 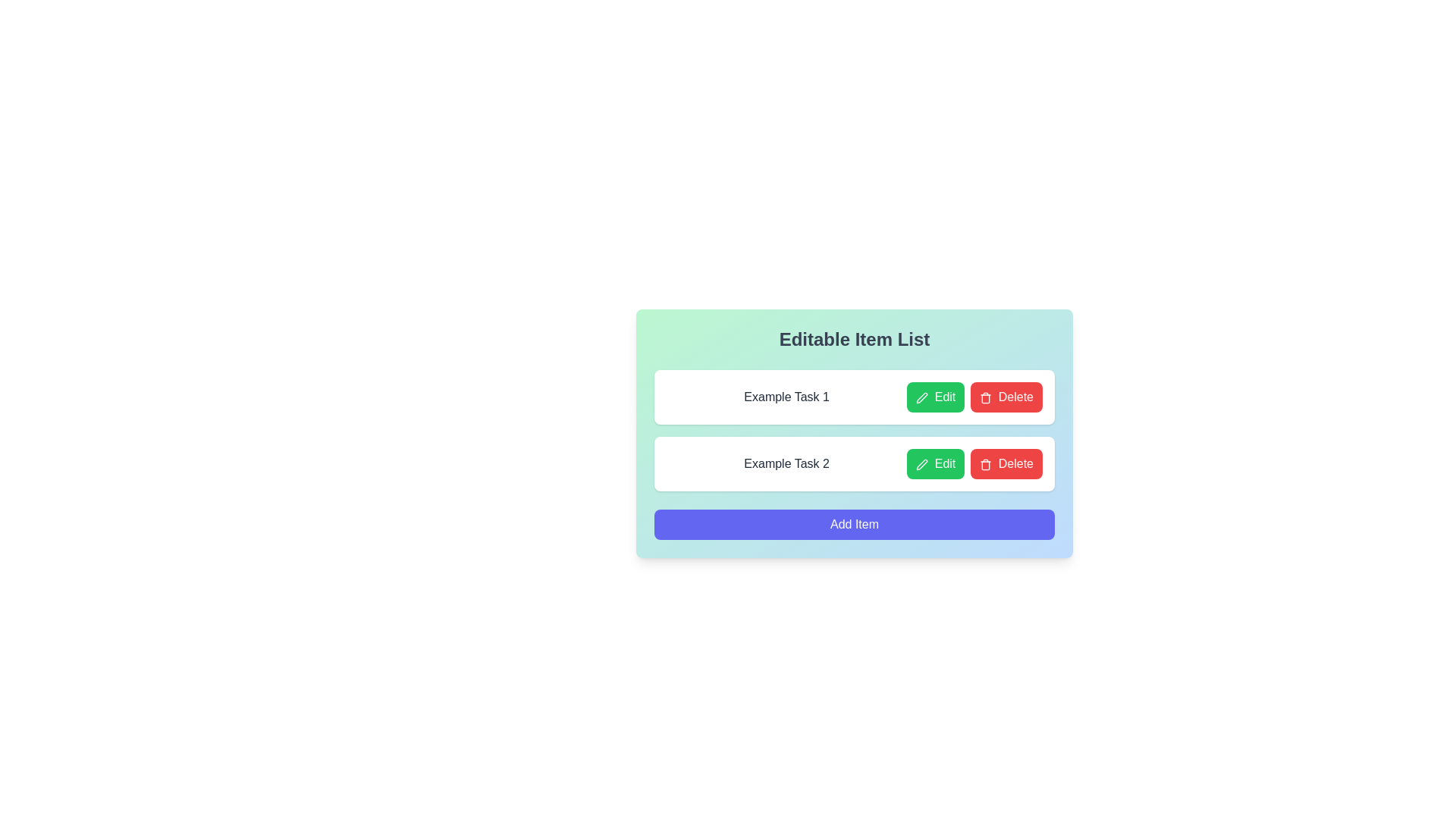 What do you see at coordinates (986, 465) in the screenshot?
I see `the graphical representation of the trash can icon located within the delete button on the right side of the second item in the editable item list` at bounding box center [986, 465].